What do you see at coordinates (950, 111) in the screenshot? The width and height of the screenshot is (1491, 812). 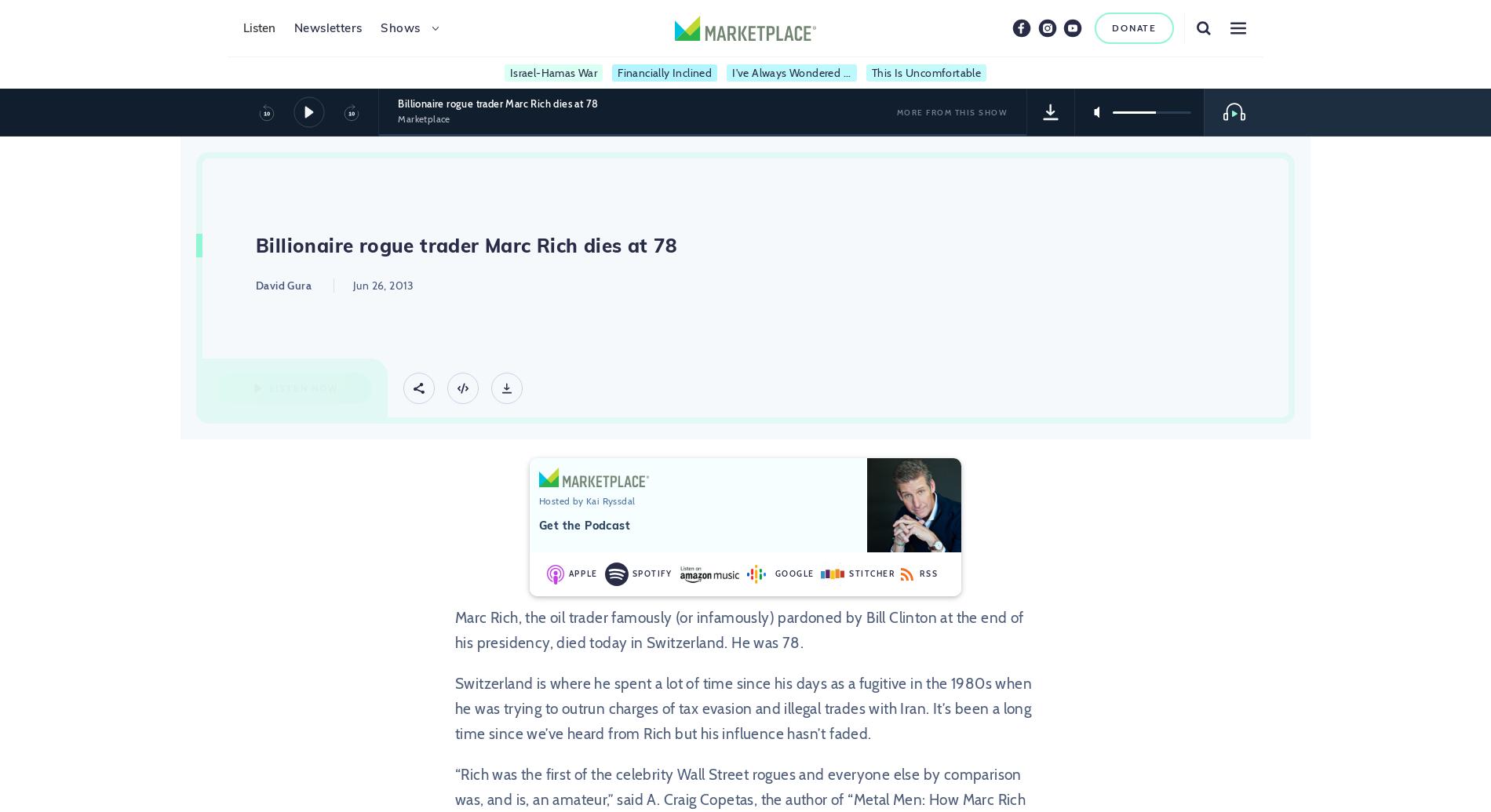 I see `'More From This Show'` at bounding box center [950, 111].